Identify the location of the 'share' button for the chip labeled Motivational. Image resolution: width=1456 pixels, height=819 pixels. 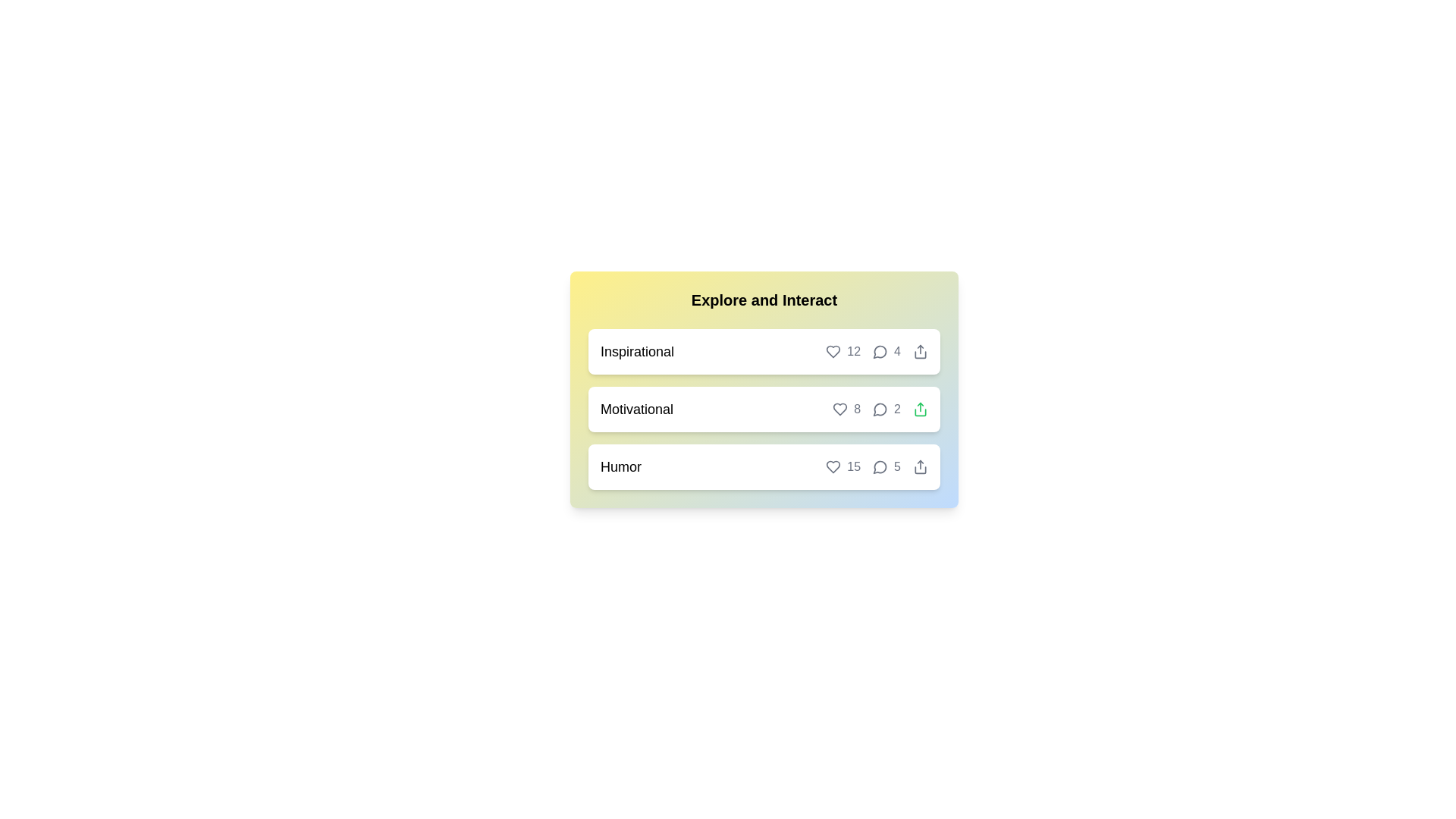
(920, 409).